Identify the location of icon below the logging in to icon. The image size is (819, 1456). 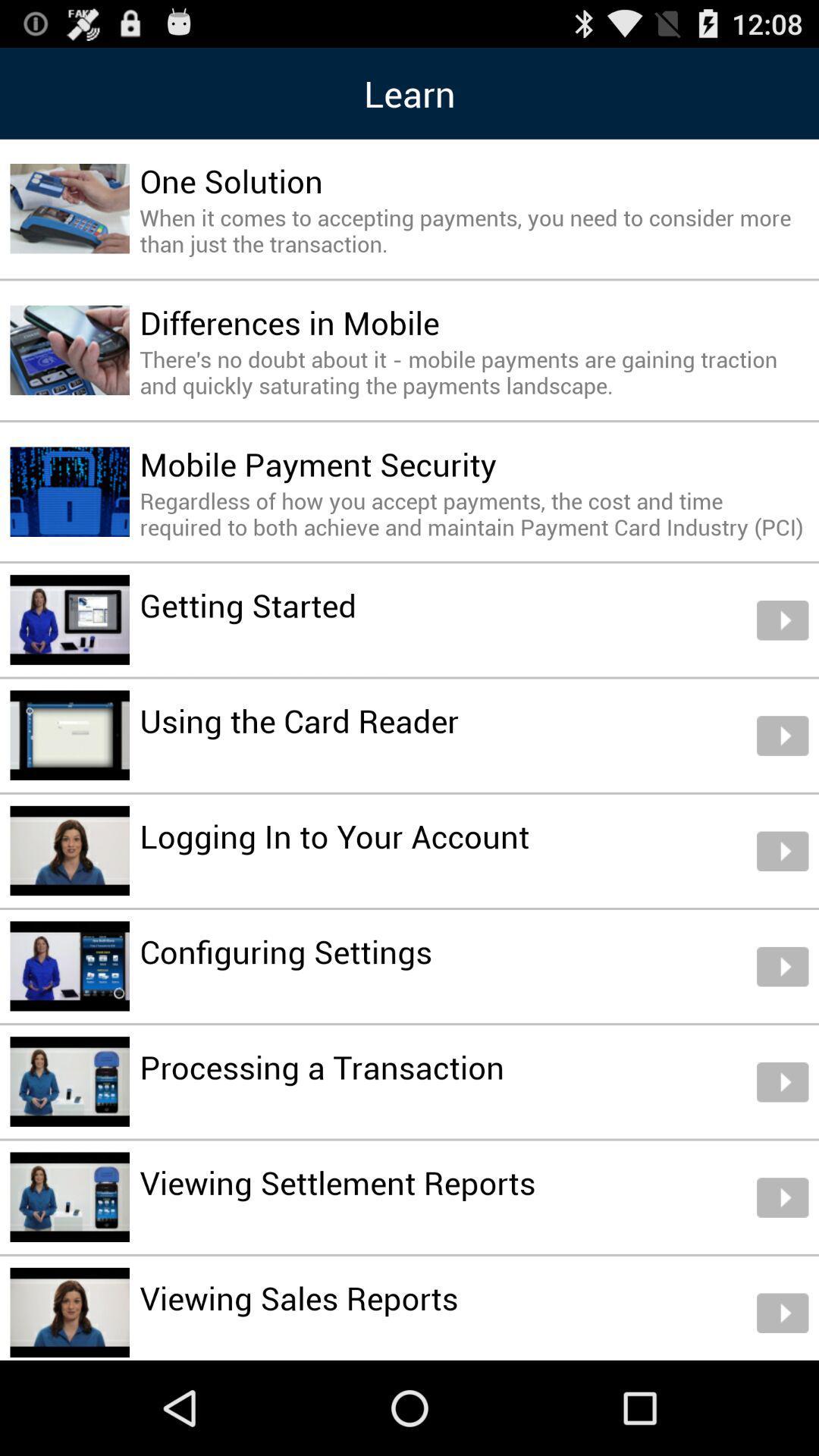
(286, 950).